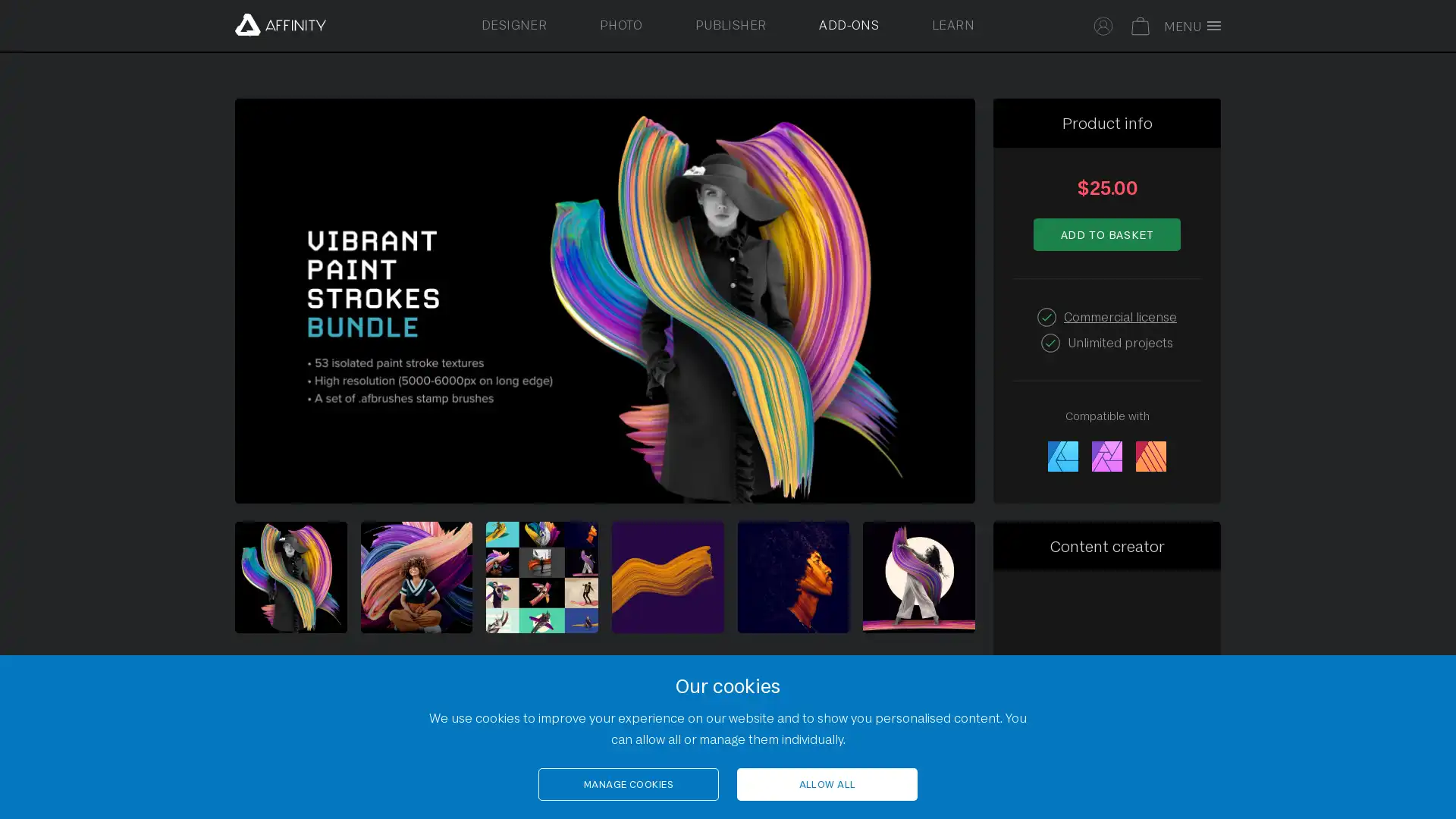 The height and width of the screenshot is (819, 1456). I want to click on Select to sign in to your Affinity account, so click(1103, 24).